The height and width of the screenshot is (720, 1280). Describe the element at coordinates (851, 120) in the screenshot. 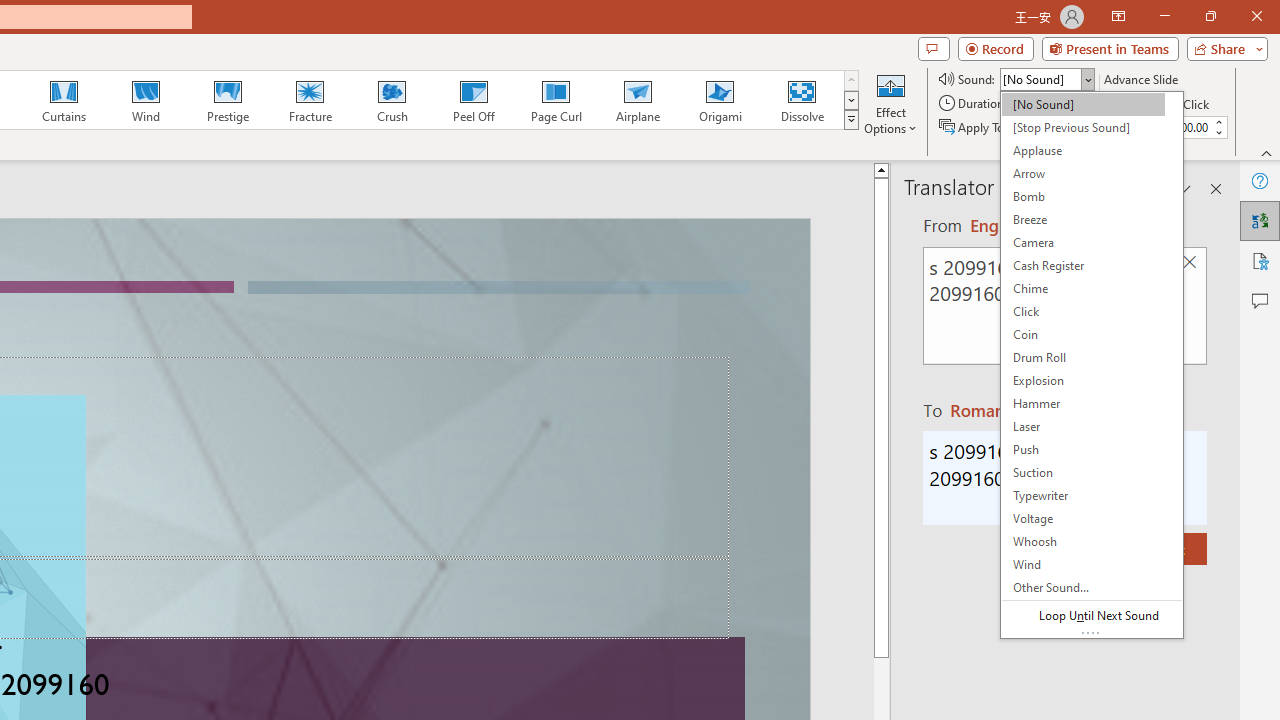

I see `'Transition Effects'` at that location.